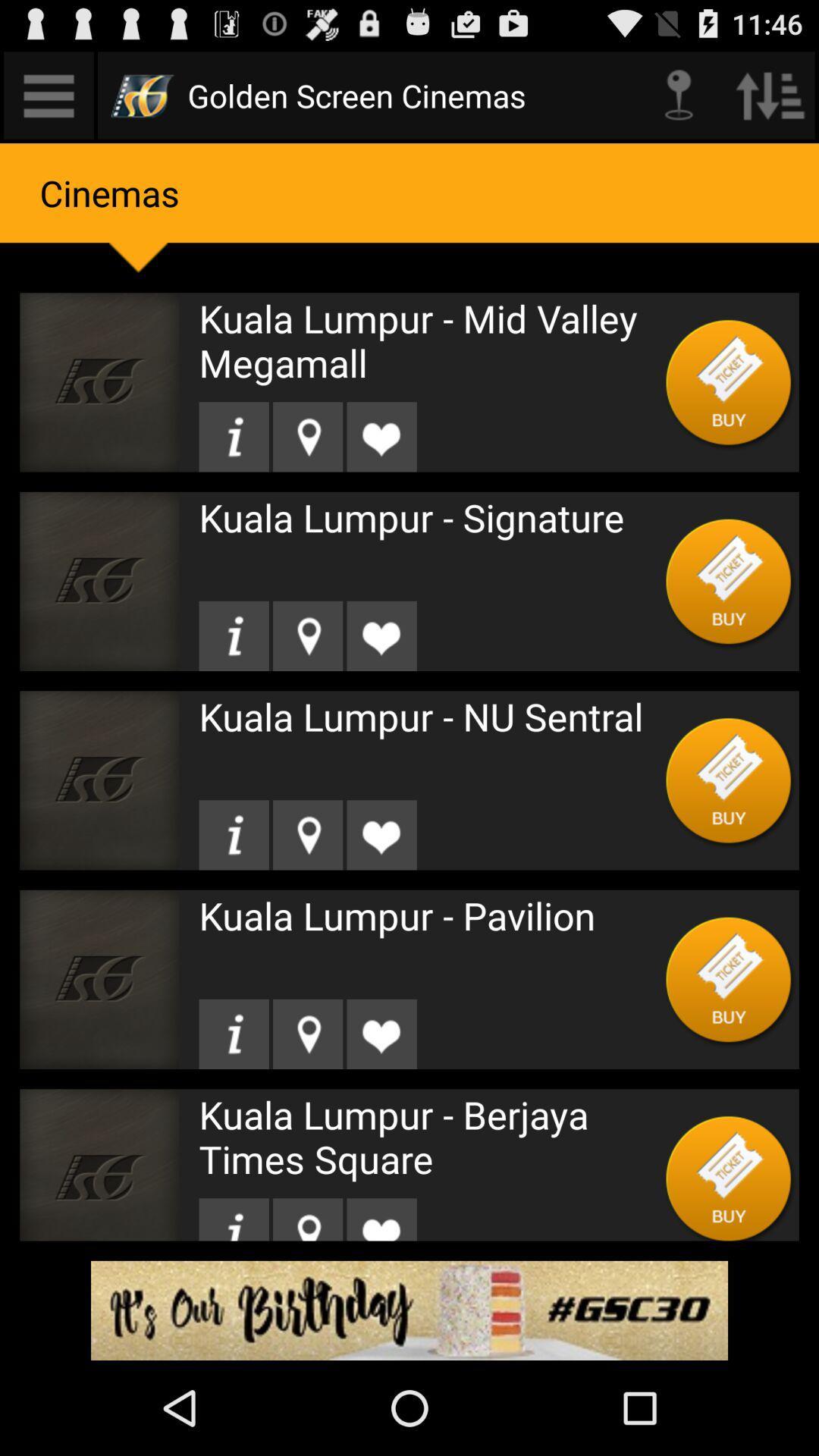 This screenshot has height=1456, width=819. What do you see at coordinates (307, 436) in the screenshot?
I see `location option` at bounding box center [307, 436].